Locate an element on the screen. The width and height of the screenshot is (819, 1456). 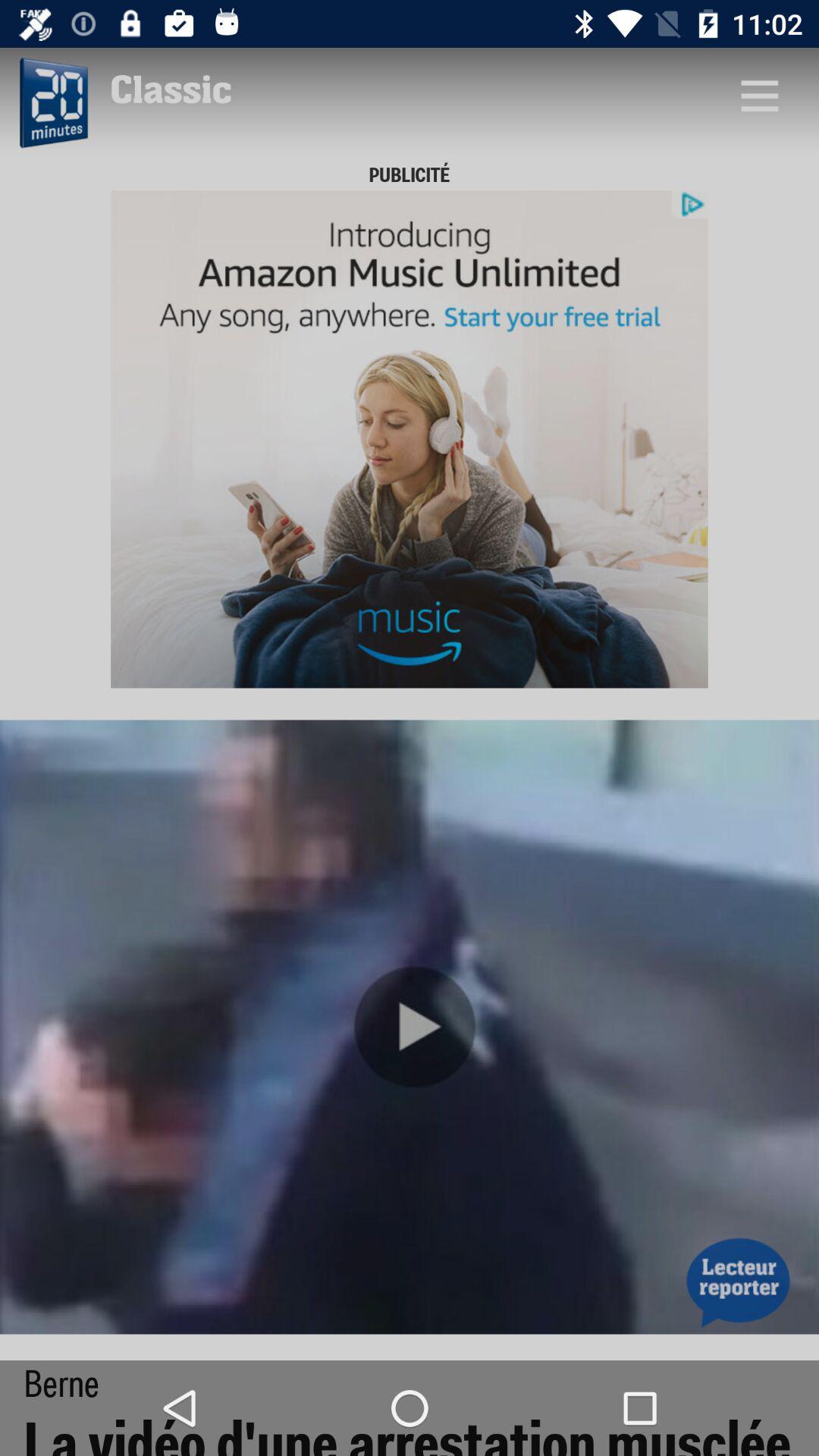
menu is located at coordinates (759, 94).